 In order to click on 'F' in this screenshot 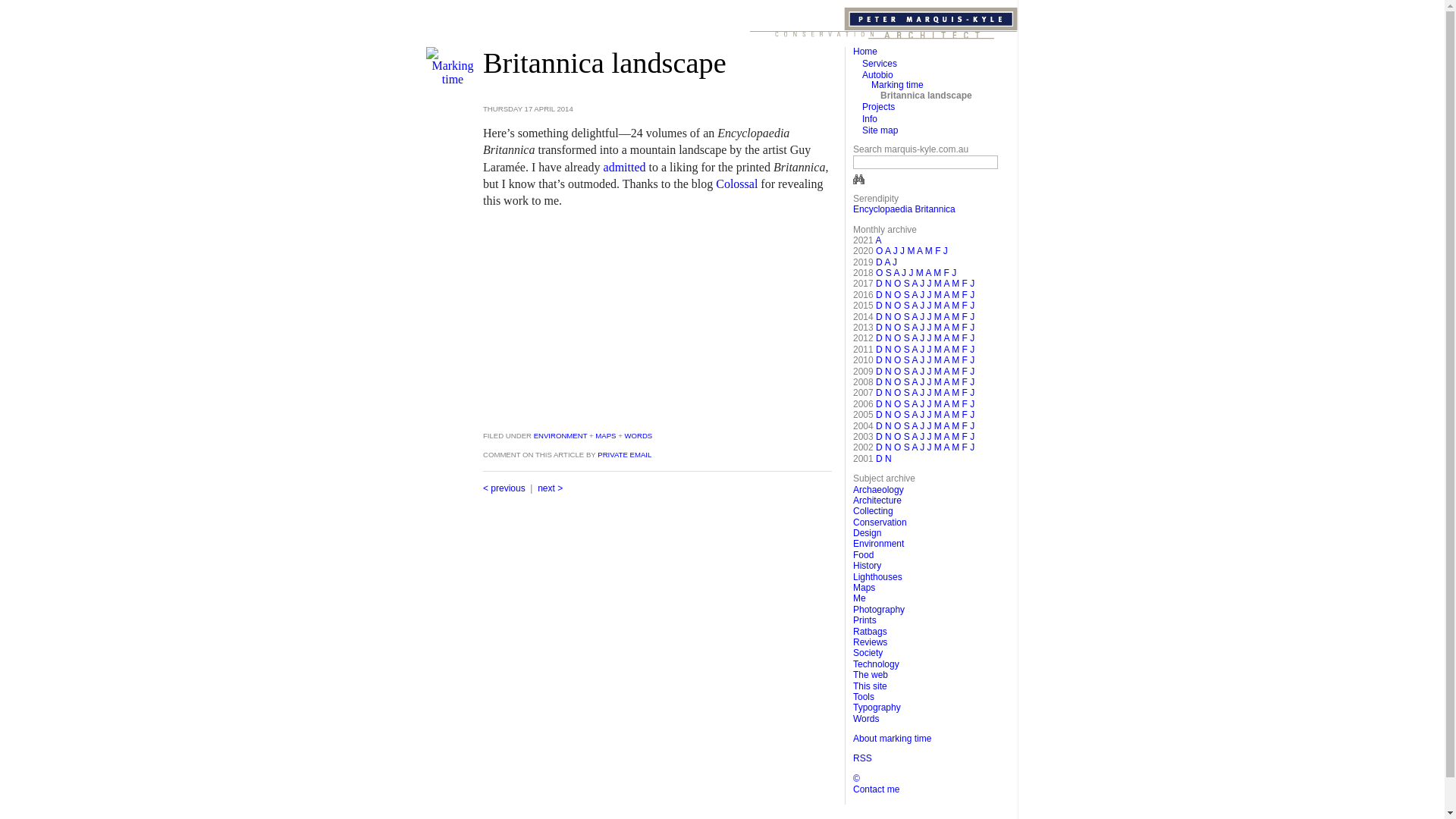, I will do `click(964, 284)`.